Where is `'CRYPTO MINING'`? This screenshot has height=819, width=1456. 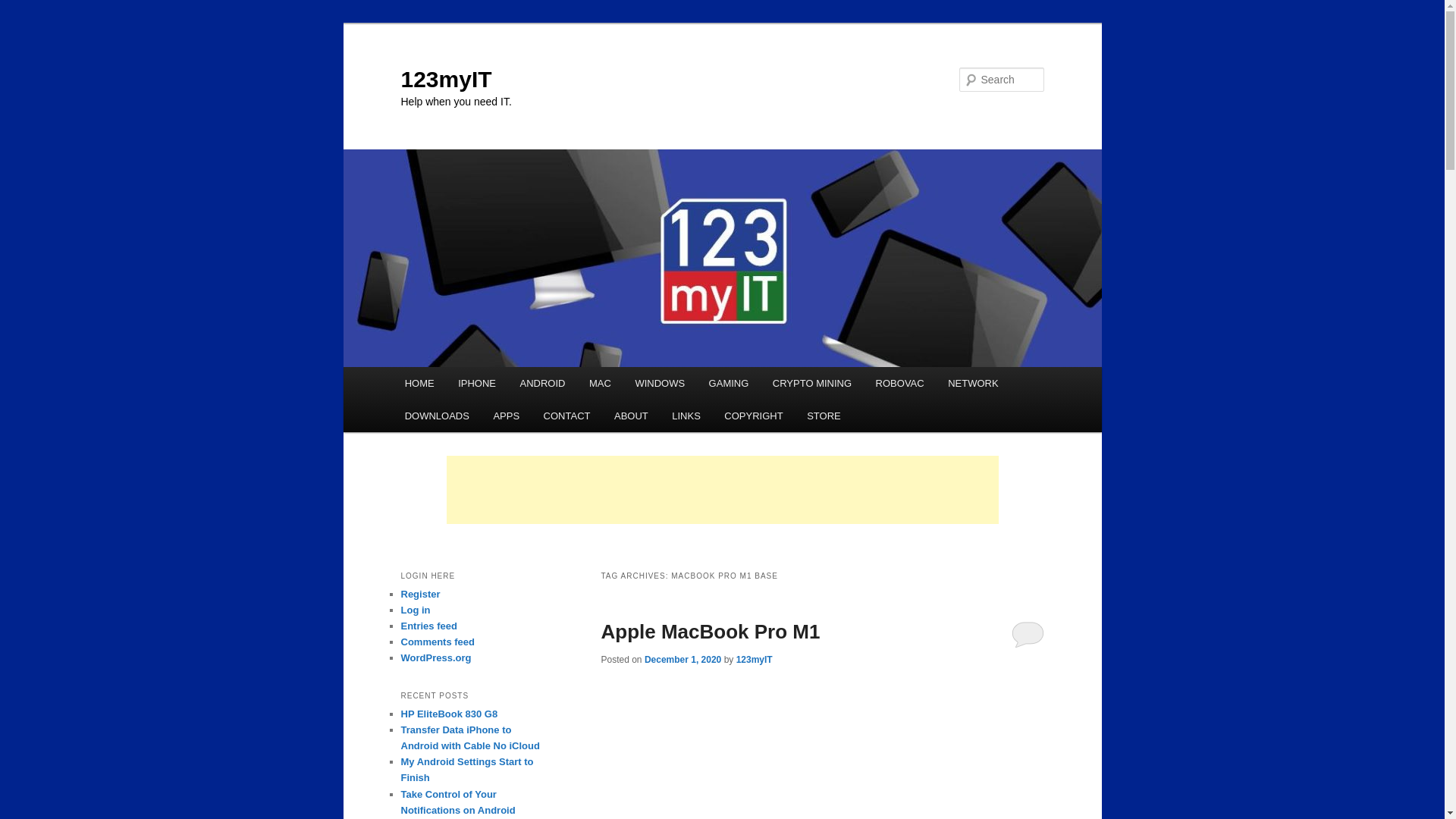
'CRYPTO MINING' is located at coordinates (811, 382).